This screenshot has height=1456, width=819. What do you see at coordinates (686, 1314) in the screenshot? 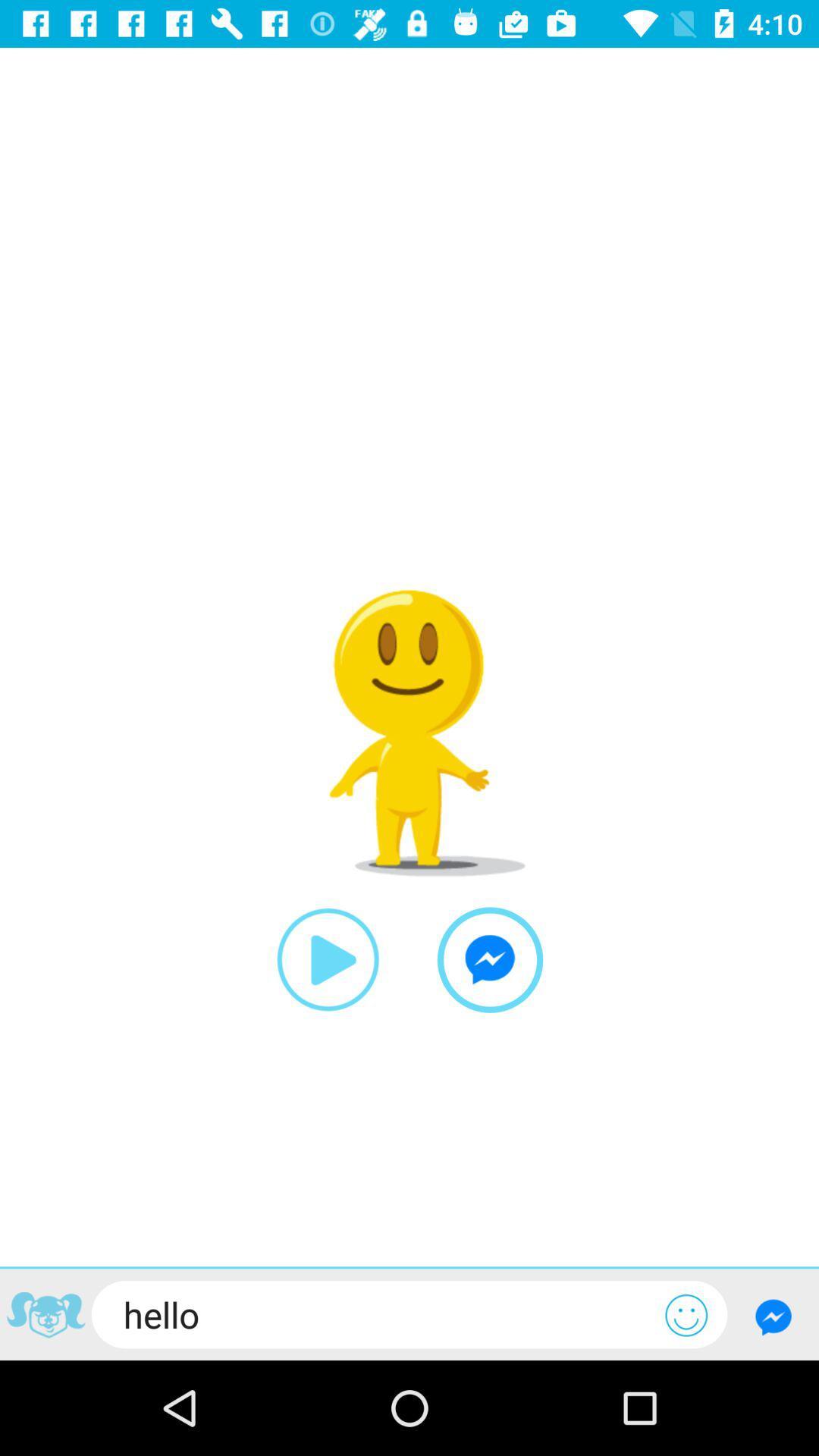
I see `icon next to the hello icon` at bounding box center [686, 1314].